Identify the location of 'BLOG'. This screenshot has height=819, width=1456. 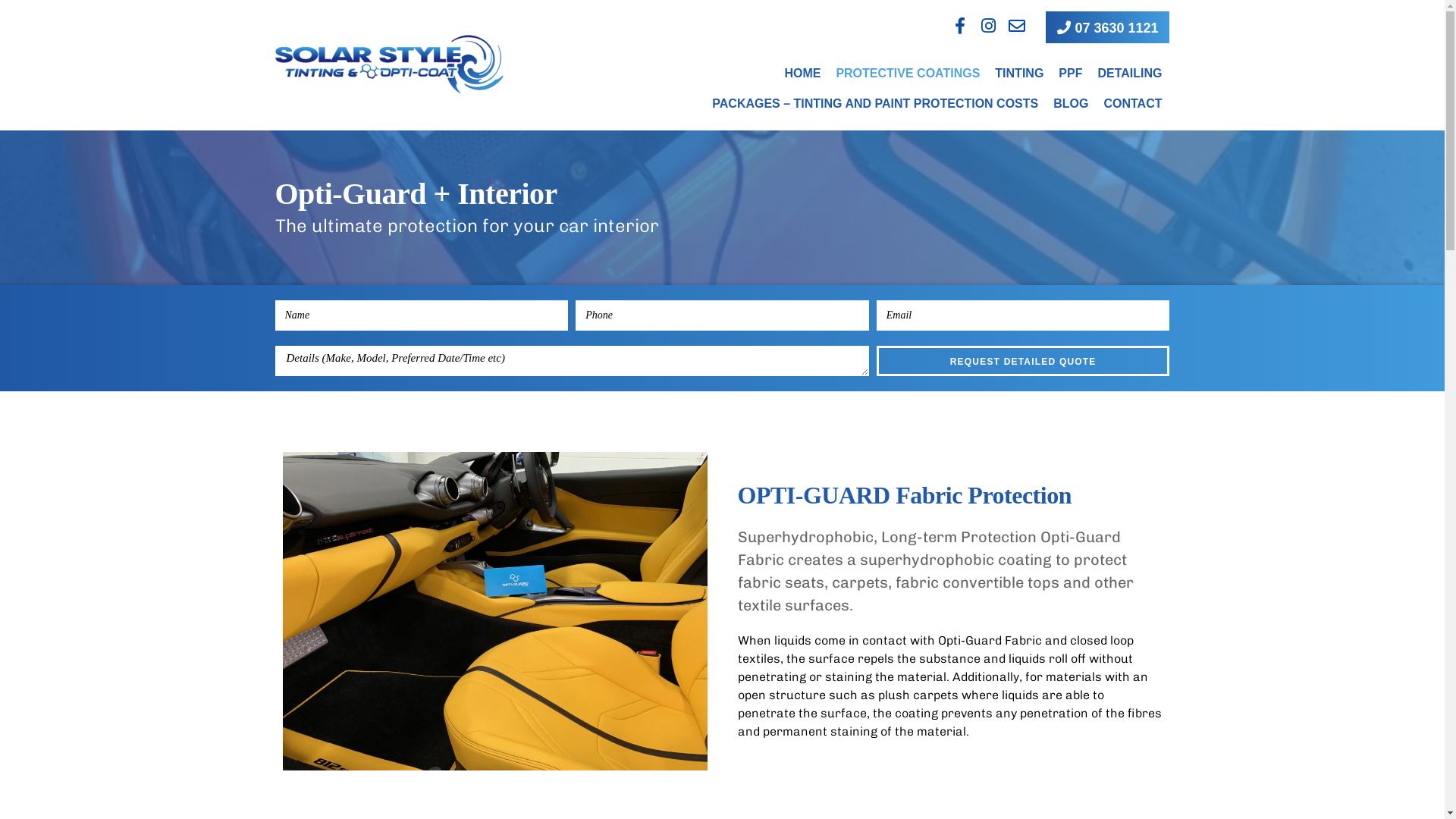
(1069, 103).